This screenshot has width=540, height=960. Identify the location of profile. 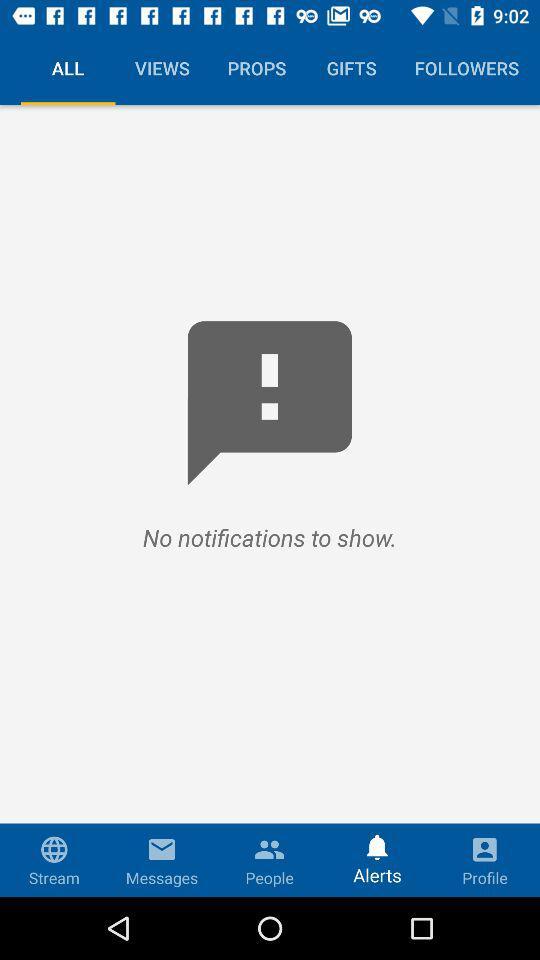
(483, 859).